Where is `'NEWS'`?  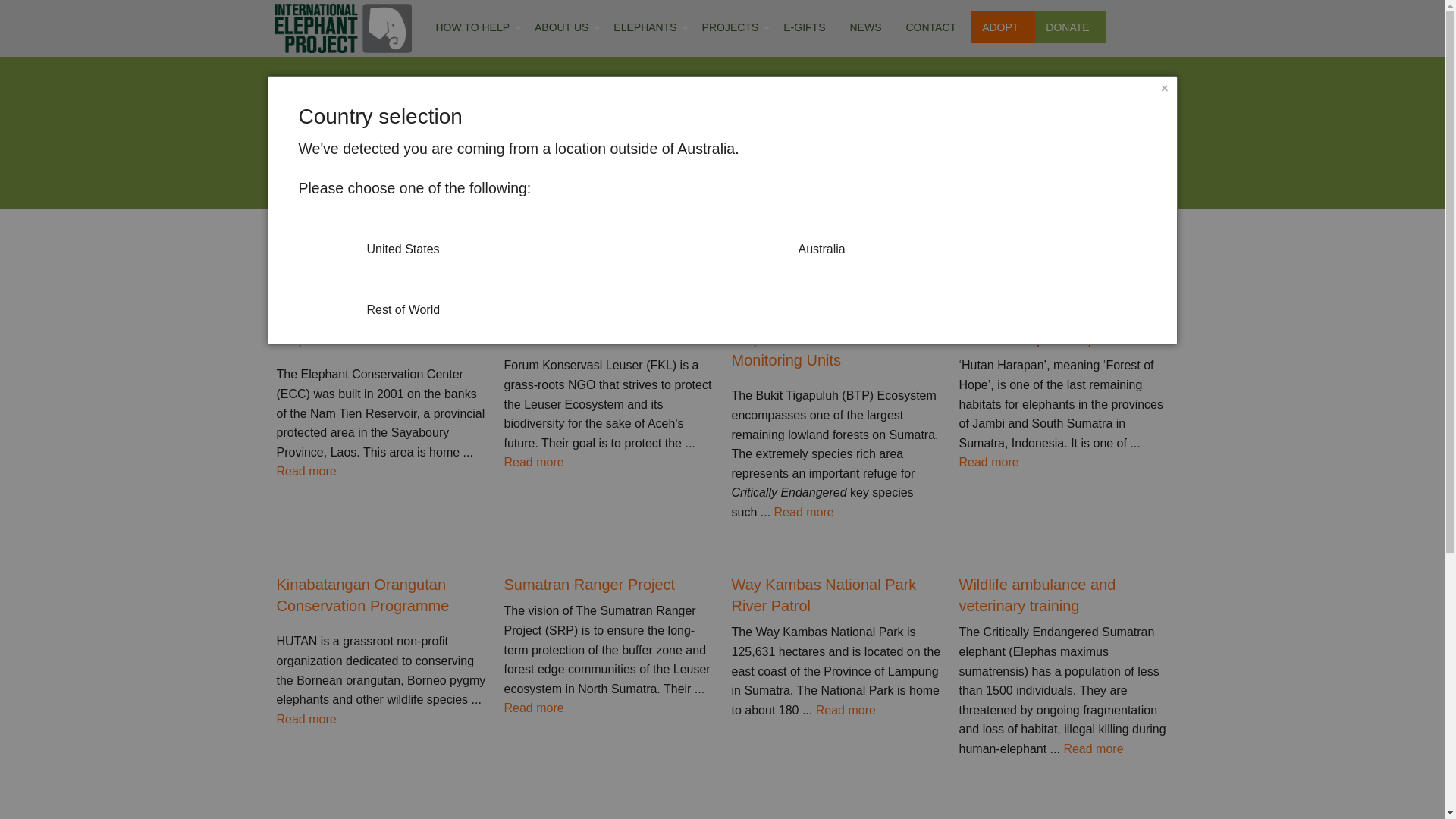 'NEWS' is located at coordinates (839, 27).